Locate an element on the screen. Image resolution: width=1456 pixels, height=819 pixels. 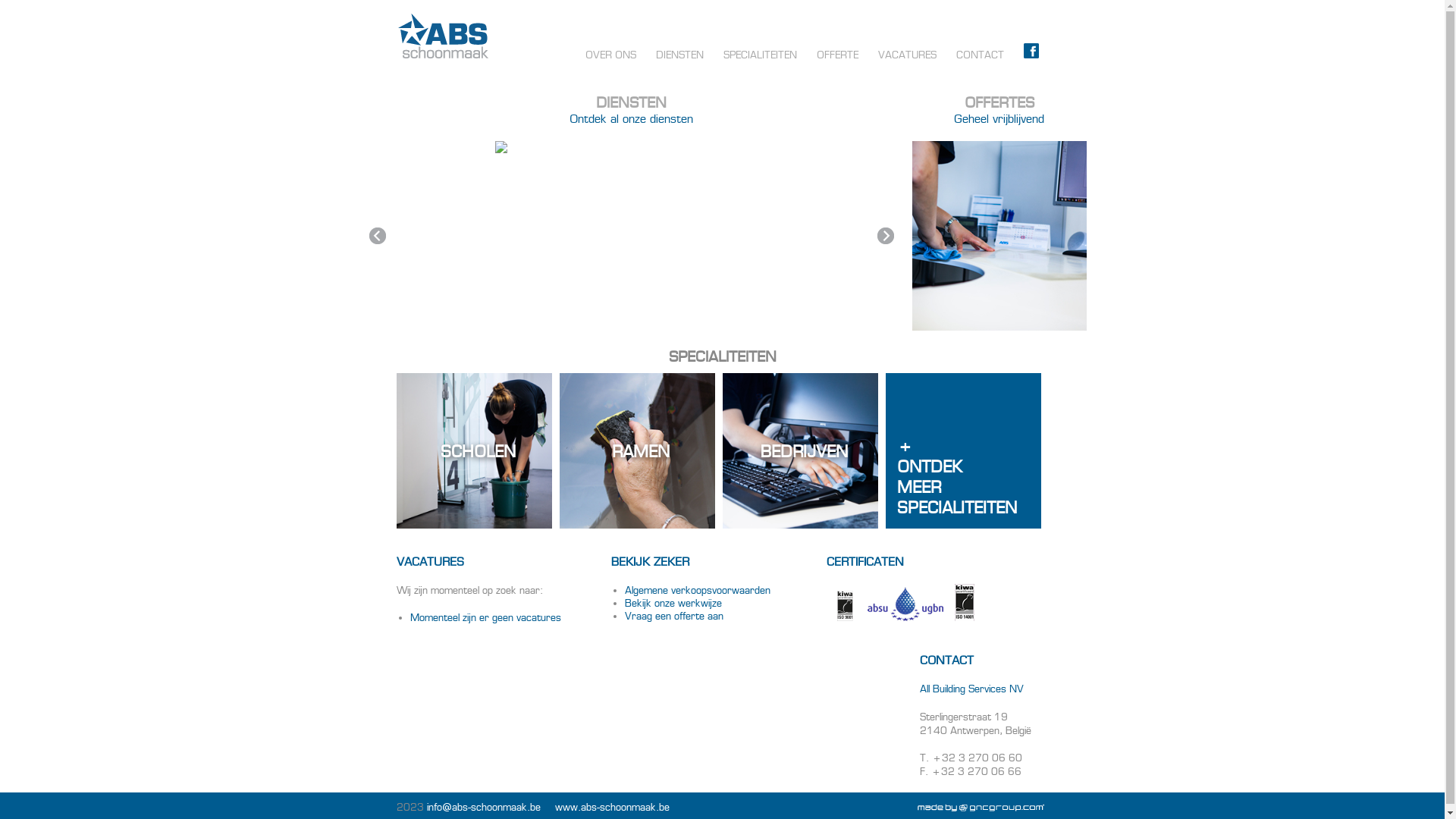
'ABSU Cleaning Quality Label' is located at coordinates (905, 603).